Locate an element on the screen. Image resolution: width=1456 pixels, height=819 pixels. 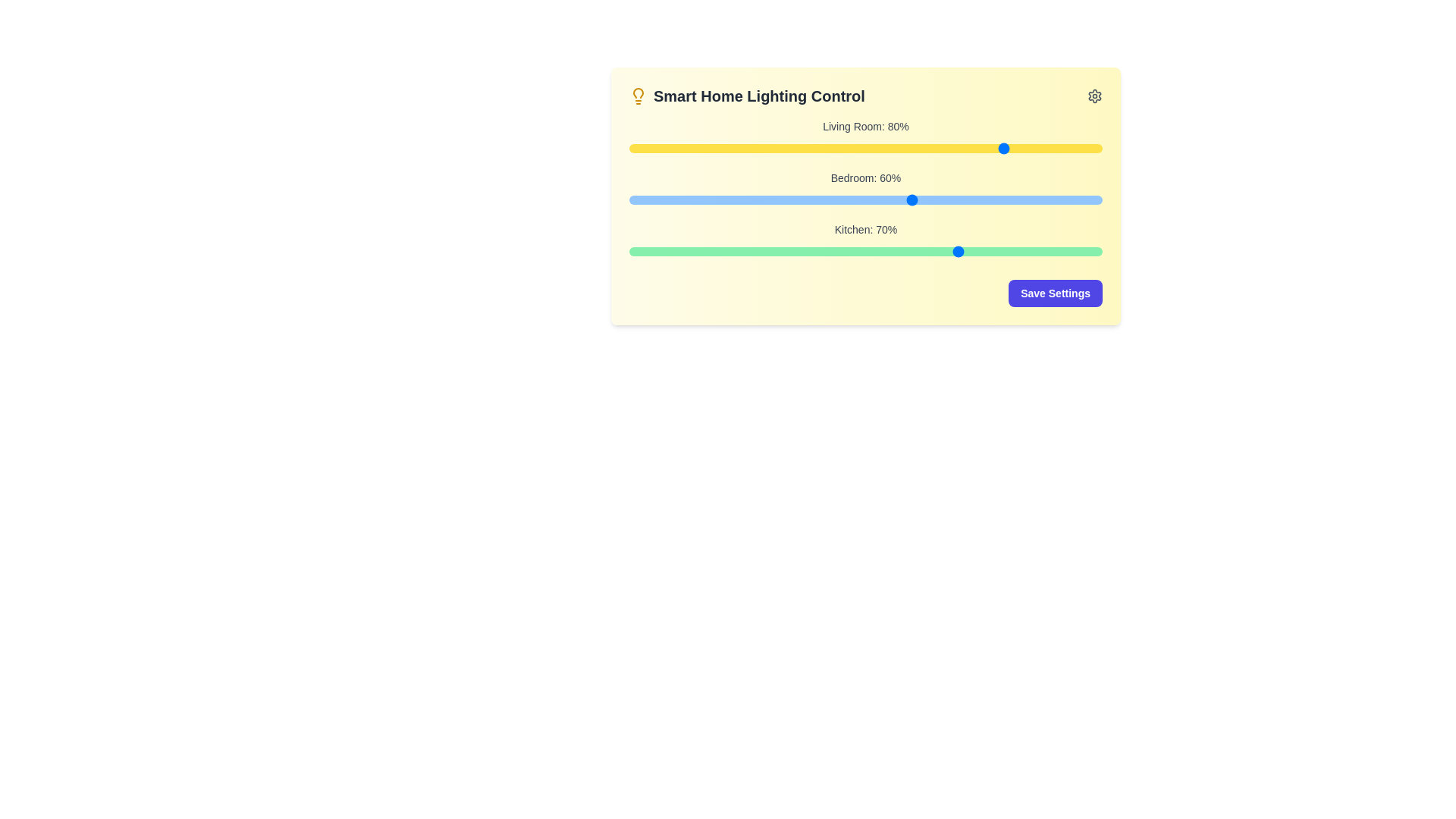
the gray cogwheel located at the top right corner of the 'Smart Home Lighting Control' panel is located at coordinates (1095, 96).